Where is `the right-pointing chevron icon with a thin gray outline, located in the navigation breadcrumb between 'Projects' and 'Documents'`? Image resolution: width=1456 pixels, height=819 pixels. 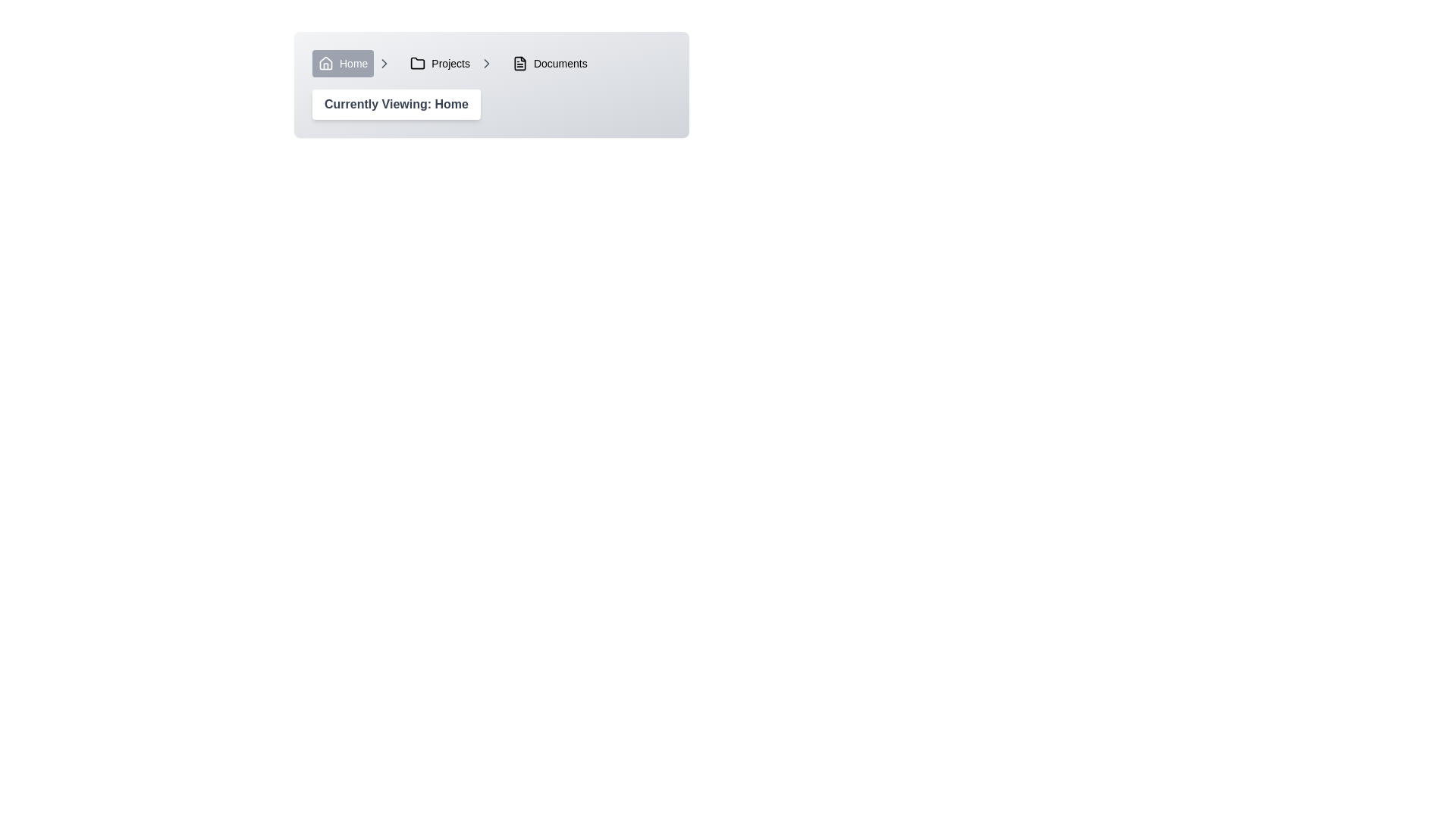 the right-pointing chevron icon with a thin gray outline, located in the navigation breadcrumb between 'Projects' and 'Documents' is located at coordinates (486, 63).